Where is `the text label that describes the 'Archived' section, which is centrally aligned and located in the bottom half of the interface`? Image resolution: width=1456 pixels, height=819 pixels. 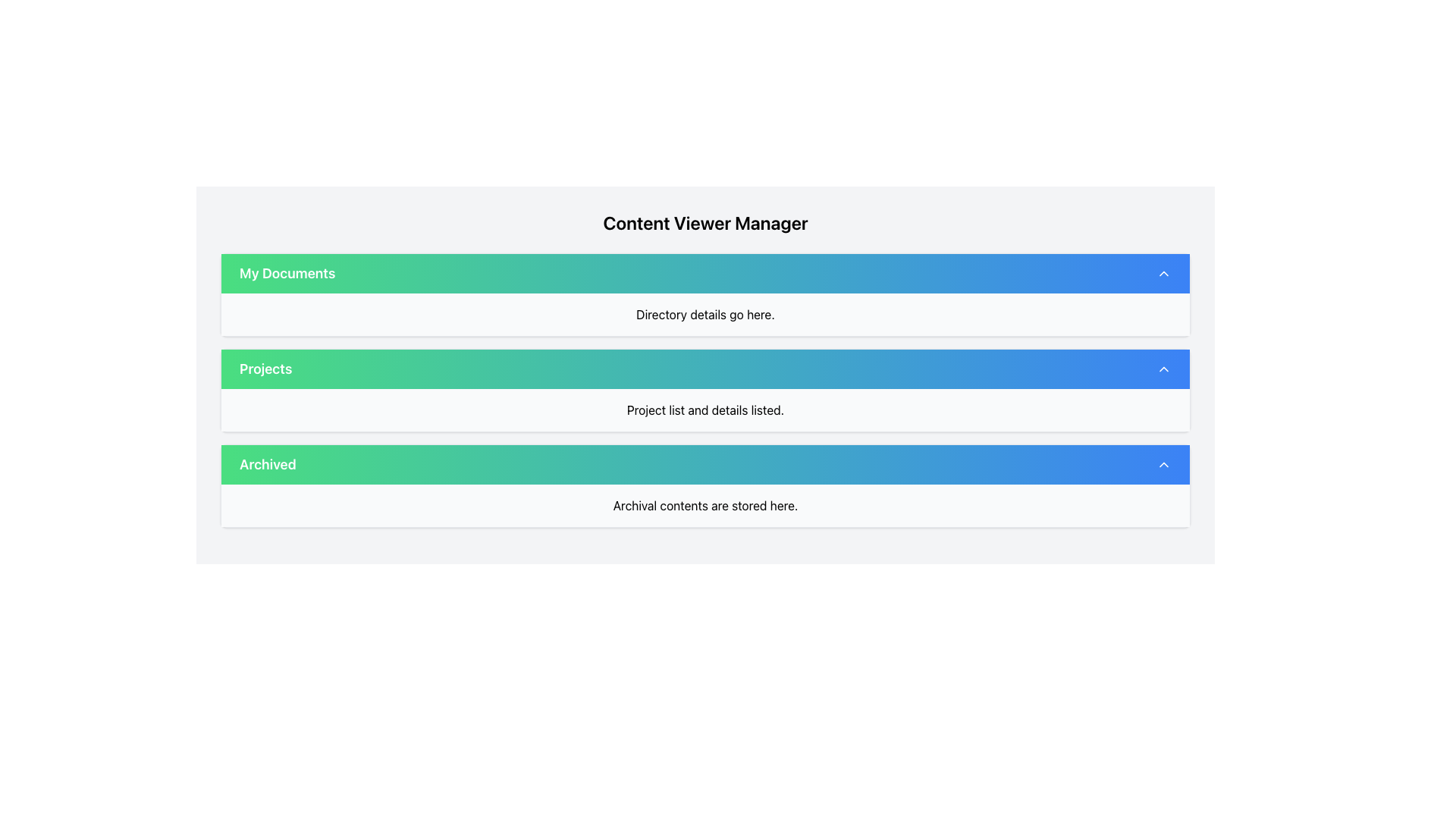 the text label that describes the 'Archived' section, which is centrally aligned and located in the bottom half of the interface is located at coordinates (704, 506).